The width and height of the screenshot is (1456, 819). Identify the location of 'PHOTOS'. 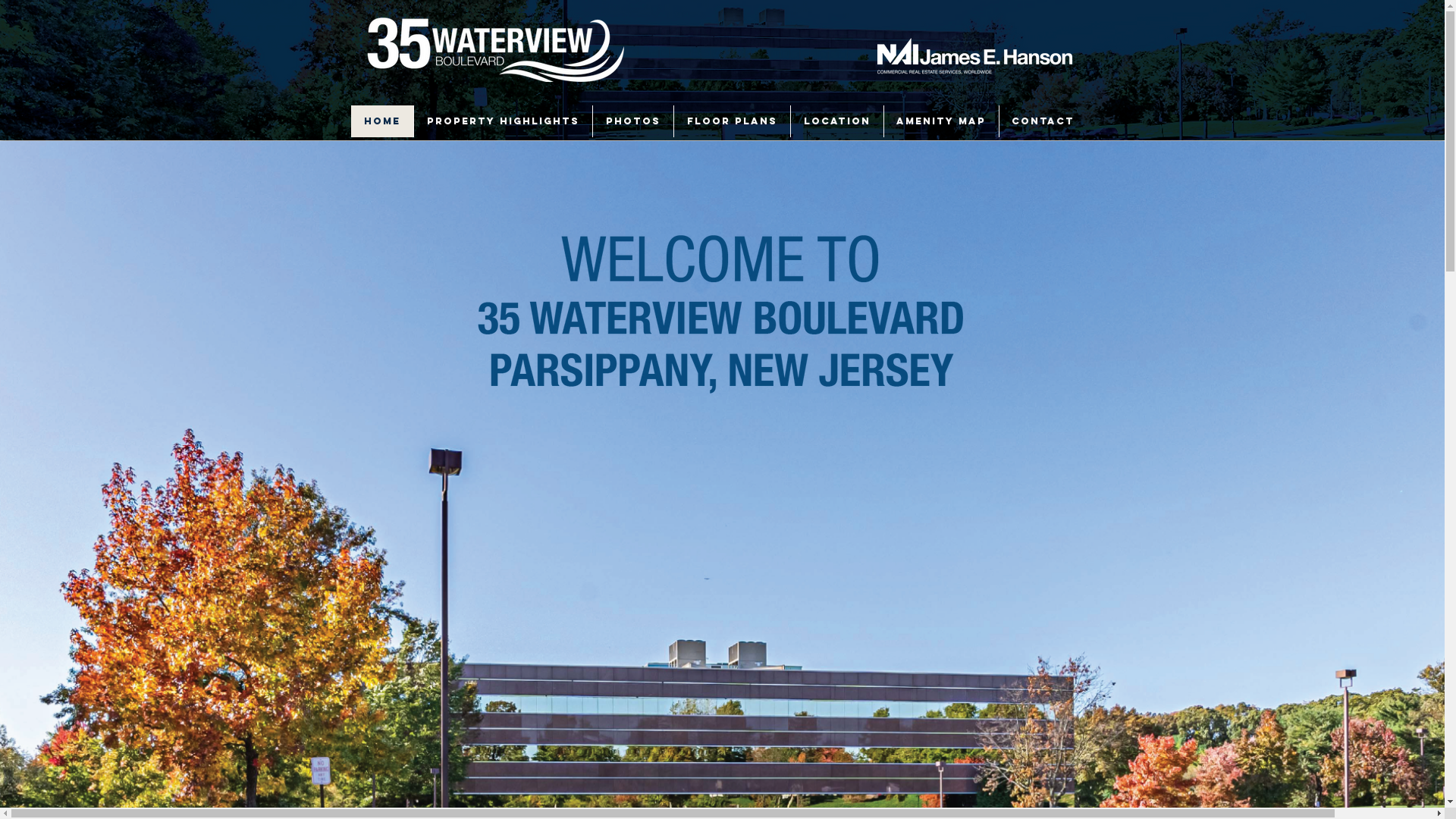
(632, 120).